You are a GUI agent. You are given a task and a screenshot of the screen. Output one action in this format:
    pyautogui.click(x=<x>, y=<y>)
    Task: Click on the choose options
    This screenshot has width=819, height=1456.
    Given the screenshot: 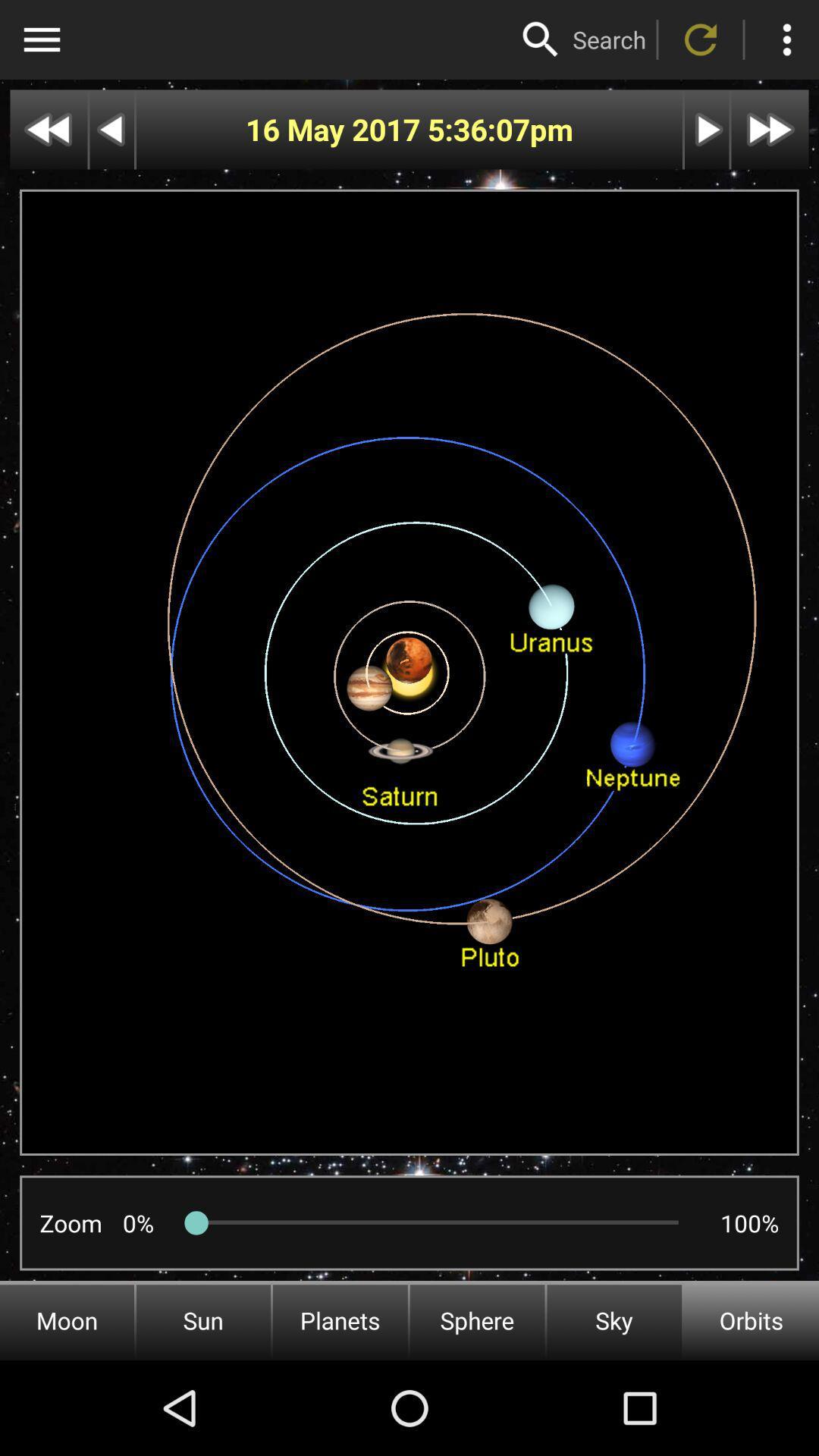 What is the action you would take?
    pyautogui.click(x=41, y=39)
    